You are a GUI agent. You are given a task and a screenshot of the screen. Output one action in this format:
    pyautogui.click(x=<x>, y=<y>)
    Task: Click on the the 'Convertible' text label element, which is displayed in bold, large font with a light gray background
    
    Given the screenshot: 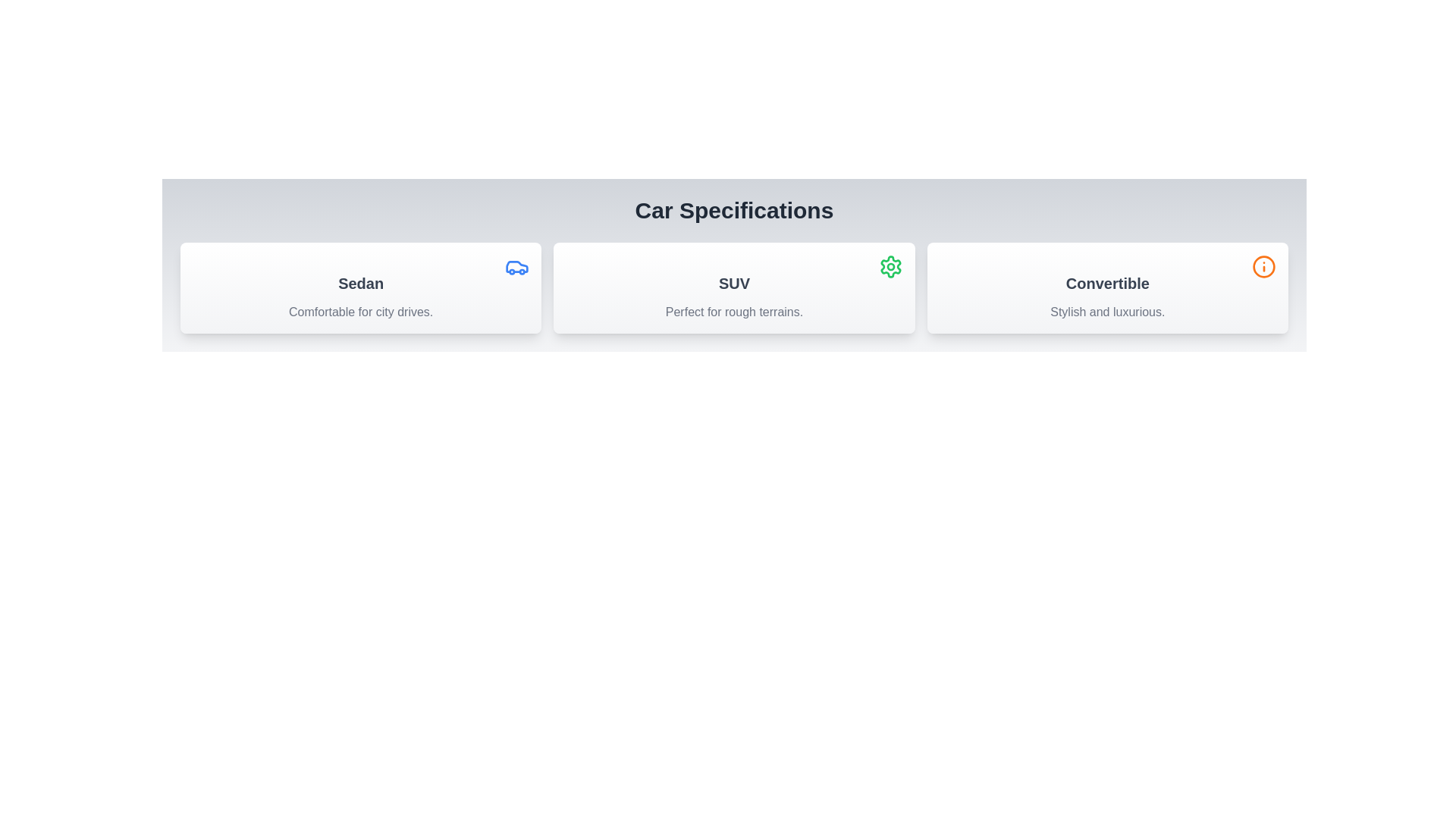 What is the action you would take?
    pyautogui.click(x=1107, y=284)
    